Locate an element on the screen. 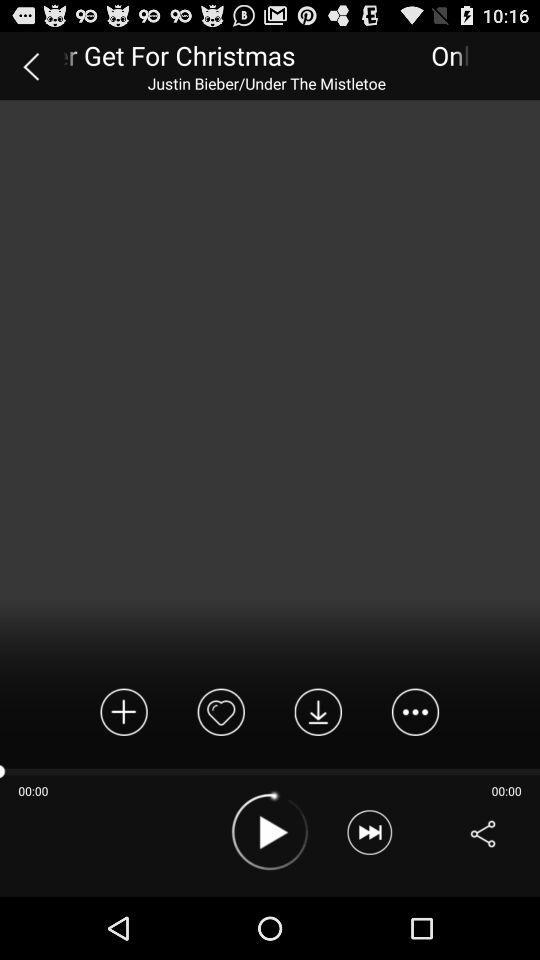  the more icon is located at coordinates (414, 761).